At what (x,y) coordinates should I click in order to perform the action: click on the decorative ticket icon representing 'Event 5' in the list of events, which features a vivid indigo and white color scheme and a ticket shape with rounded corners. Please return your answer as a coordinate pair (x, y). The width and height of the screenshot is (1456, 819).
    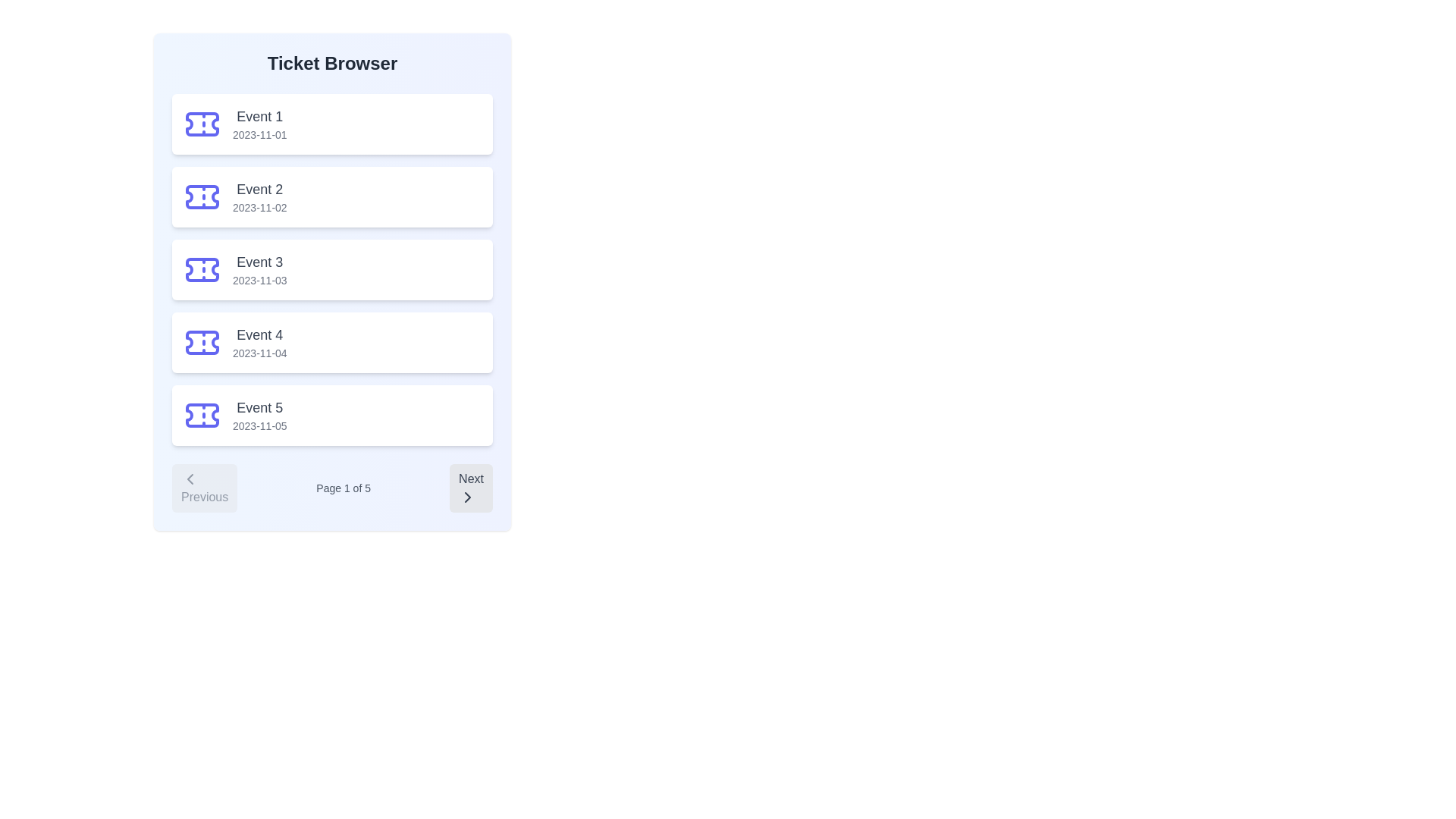
    Looking at the image, I should click on (202, 415).